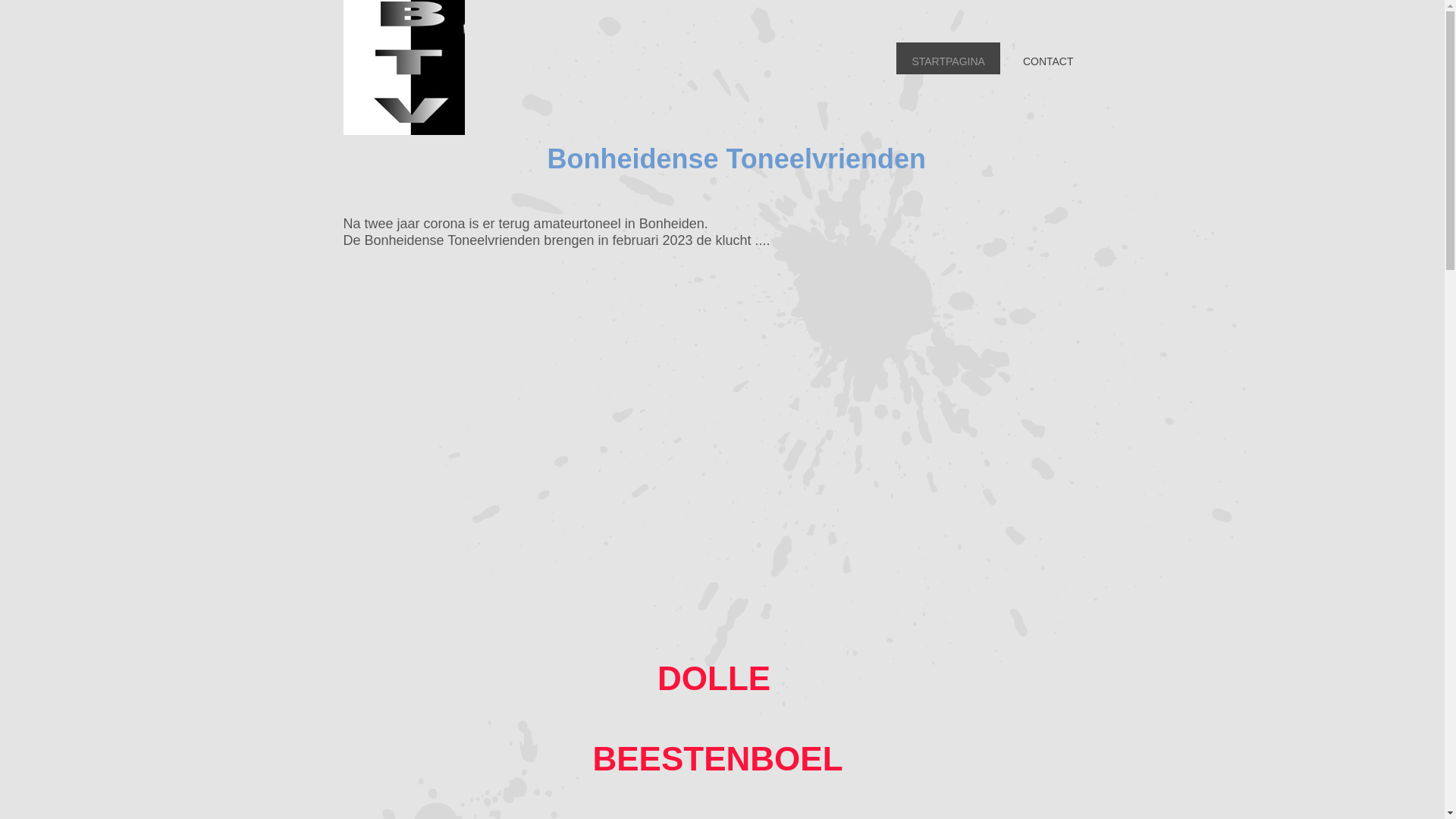 This screenshot has height=819, width=1456. I want to click on 'CONTACT', so click(1047, 58).